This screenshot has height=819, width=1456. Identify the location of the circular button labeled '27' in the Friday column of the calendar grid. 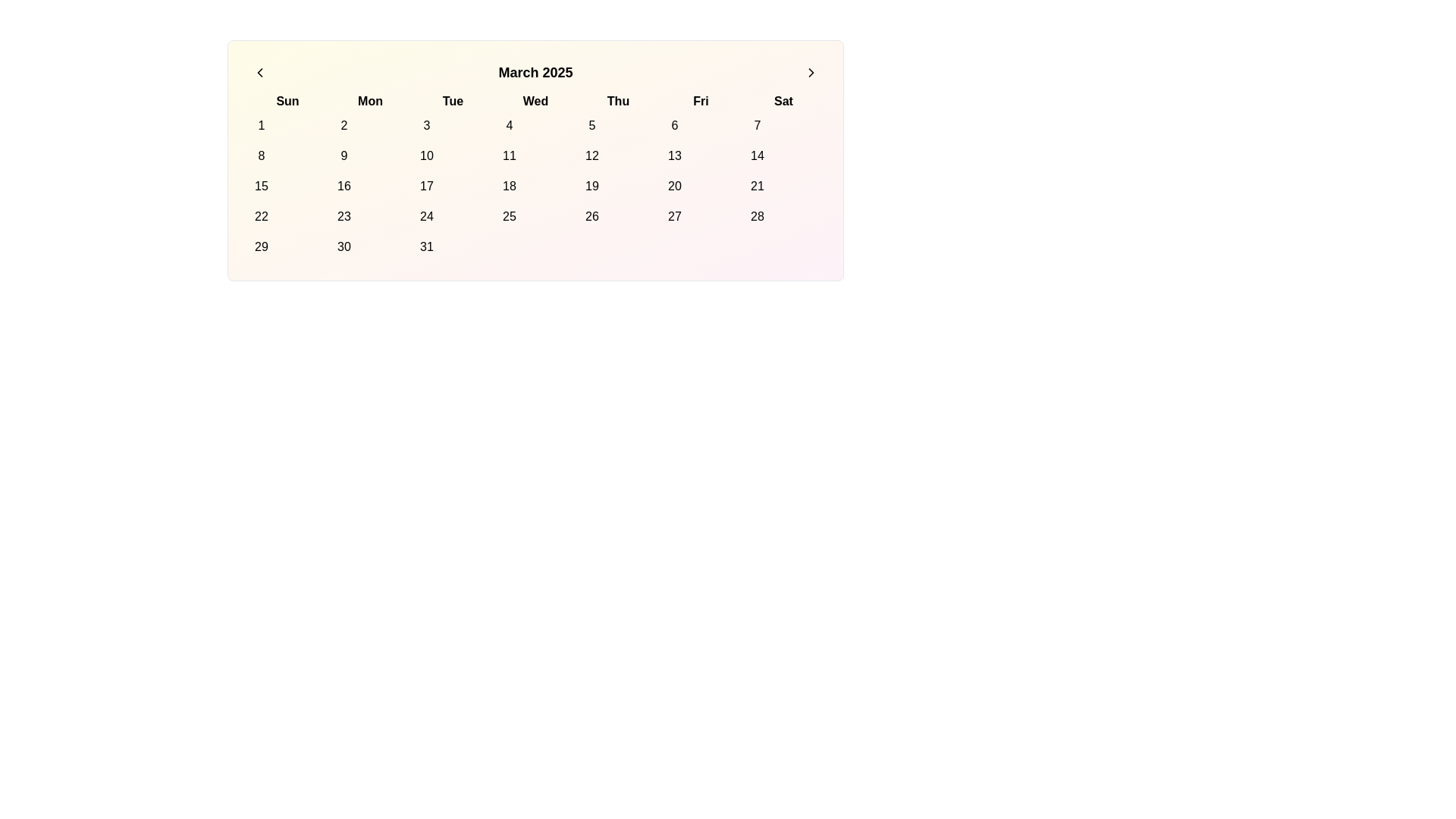
(673, 216).